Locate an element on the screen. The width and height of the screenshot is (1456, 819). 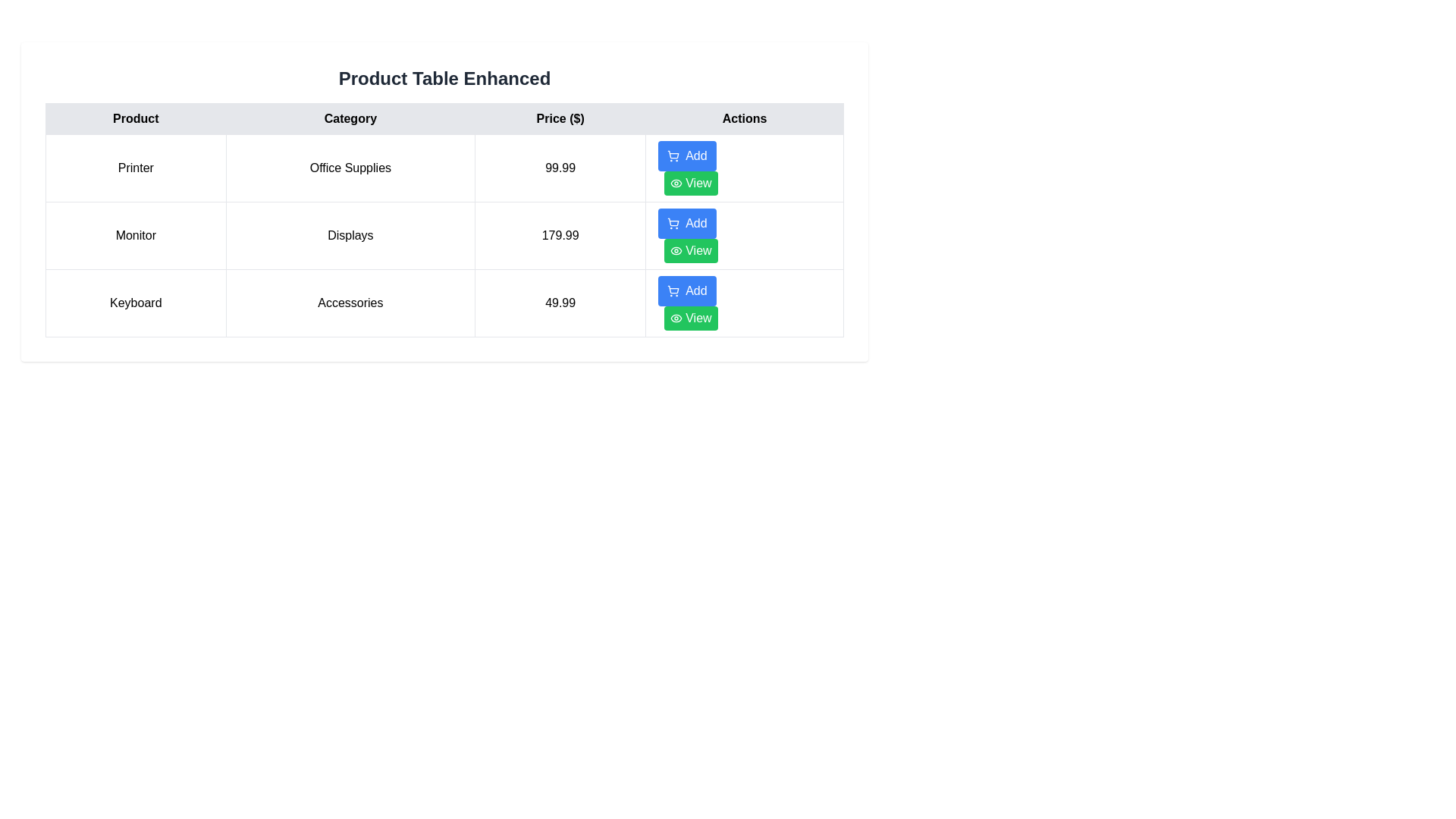
the second row in the table layout, which contains the segments 'Monitor', 'Displays', '179.99', and buttons labeled 'Add' and 'View' is located at coordinates (444, 236).